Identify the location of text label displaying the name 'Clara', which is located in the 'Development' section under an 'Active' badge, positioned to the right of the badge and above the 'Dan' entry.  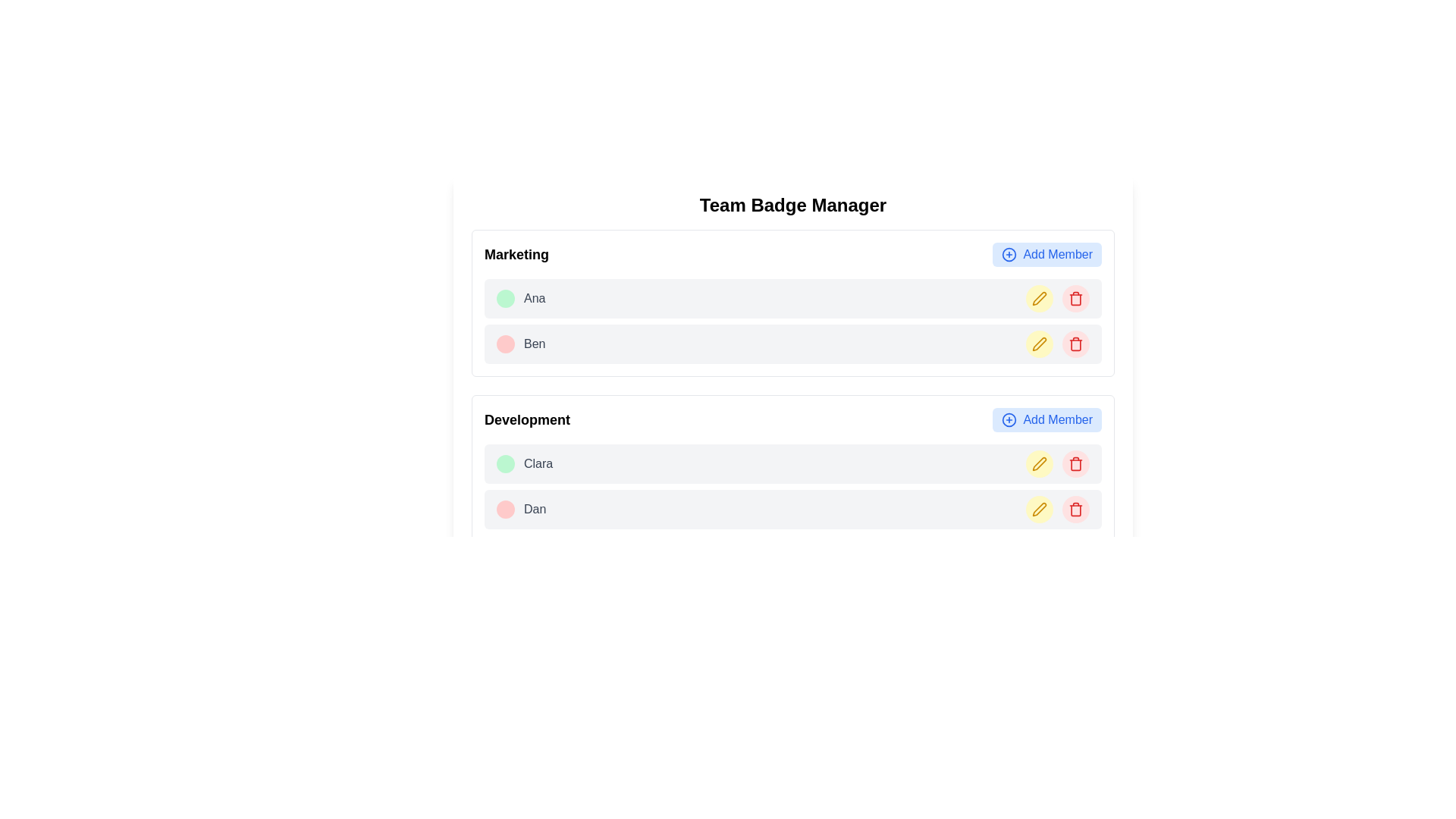
(538, 463).